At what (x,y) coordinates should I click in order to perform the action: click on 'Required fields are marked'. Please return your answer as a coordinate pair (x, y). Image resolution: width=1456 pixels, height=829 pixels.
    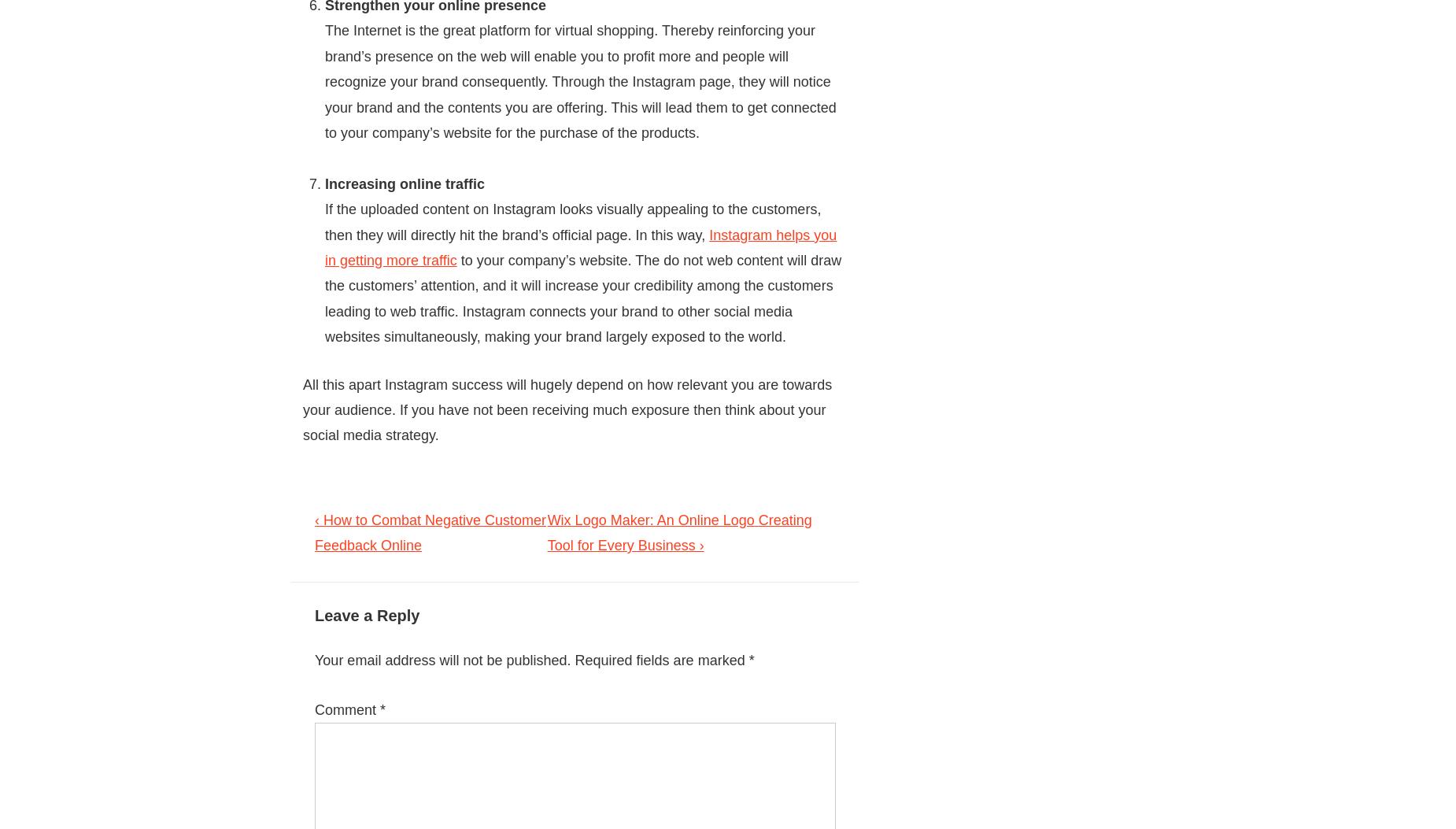
    Looking at the image, I should click on (661, 660).